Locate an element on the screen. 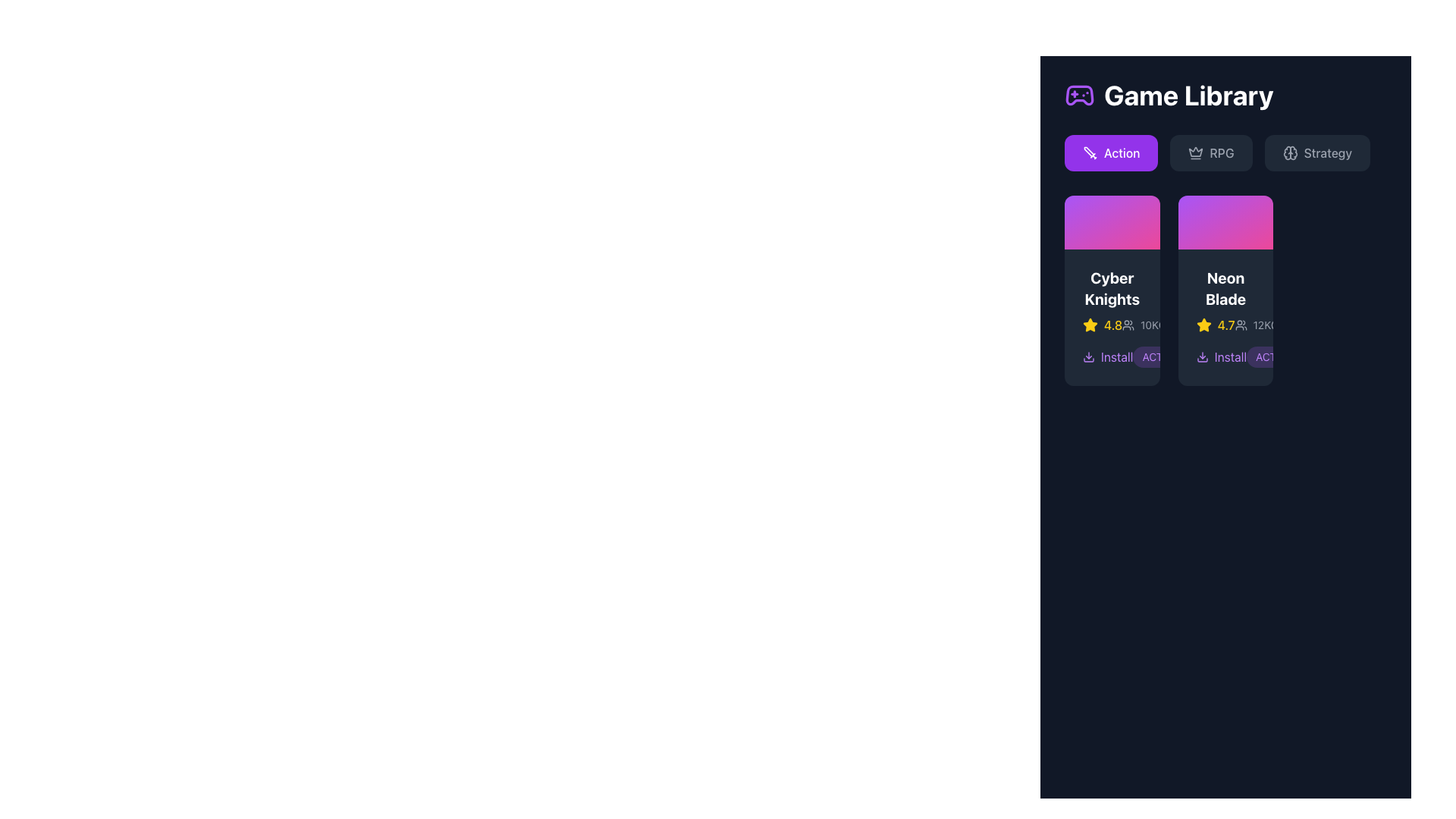 The image size is (1456, 819). the text label displaying '4.7' which is styled with a yellow font color and positioned immediately to the right of the yellow star icon in the lower section of the 'Neon Blade' game card is located at coordinates (1226, 324).